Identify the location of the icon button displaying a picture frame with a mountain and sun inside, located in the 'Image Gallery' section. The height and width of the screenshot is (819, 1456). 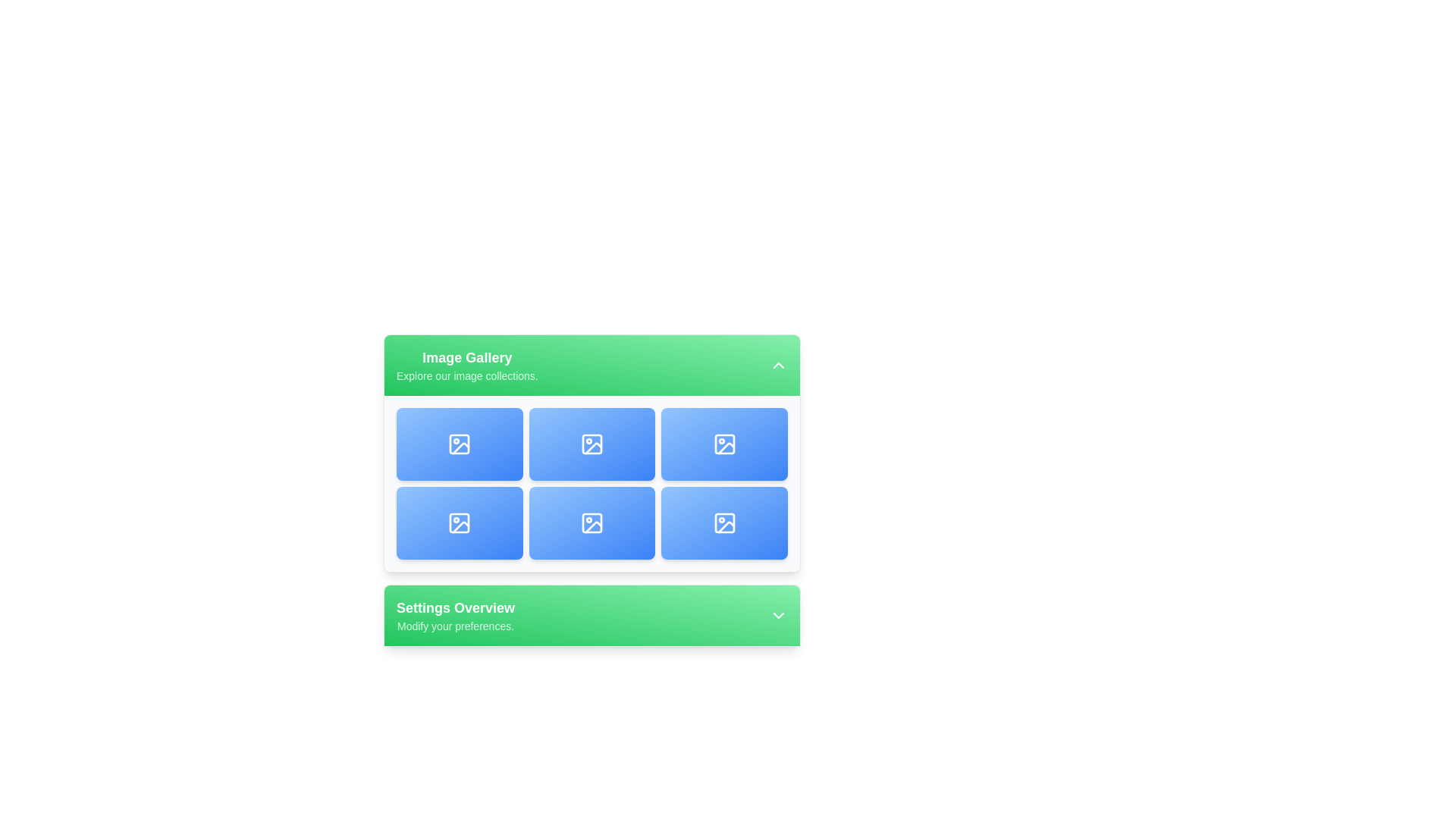
(591, 444).